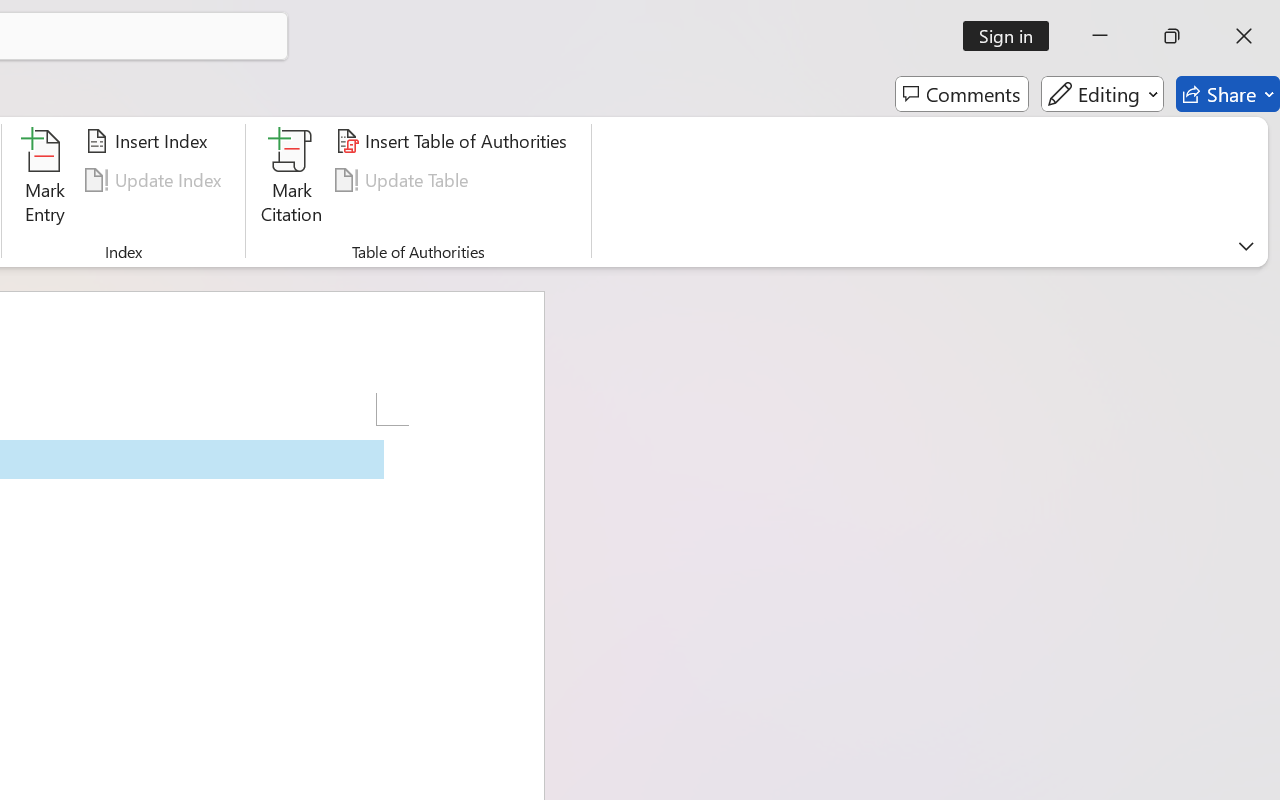 This screenshot has height=800, width=1280. Describe the element at coordinates (44, 179) in the screenshot. I see `'Mark Entry...'` at that location.